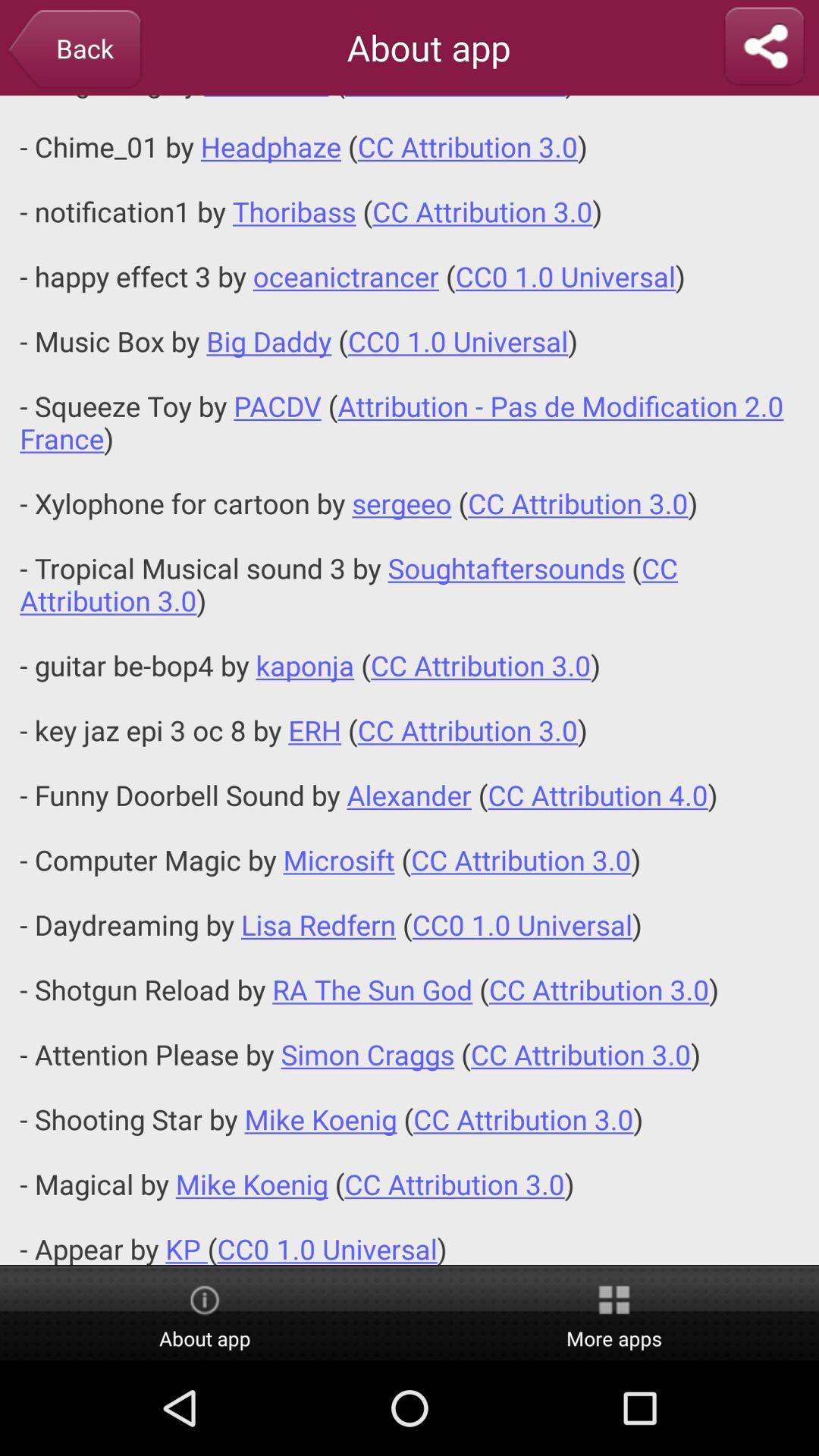 The width and height of the screenshot is (819, 1456). What do you see at coordinates (614, 1313) in the screenshot?
I see `more apps item` at bounding box center [614, 1313].